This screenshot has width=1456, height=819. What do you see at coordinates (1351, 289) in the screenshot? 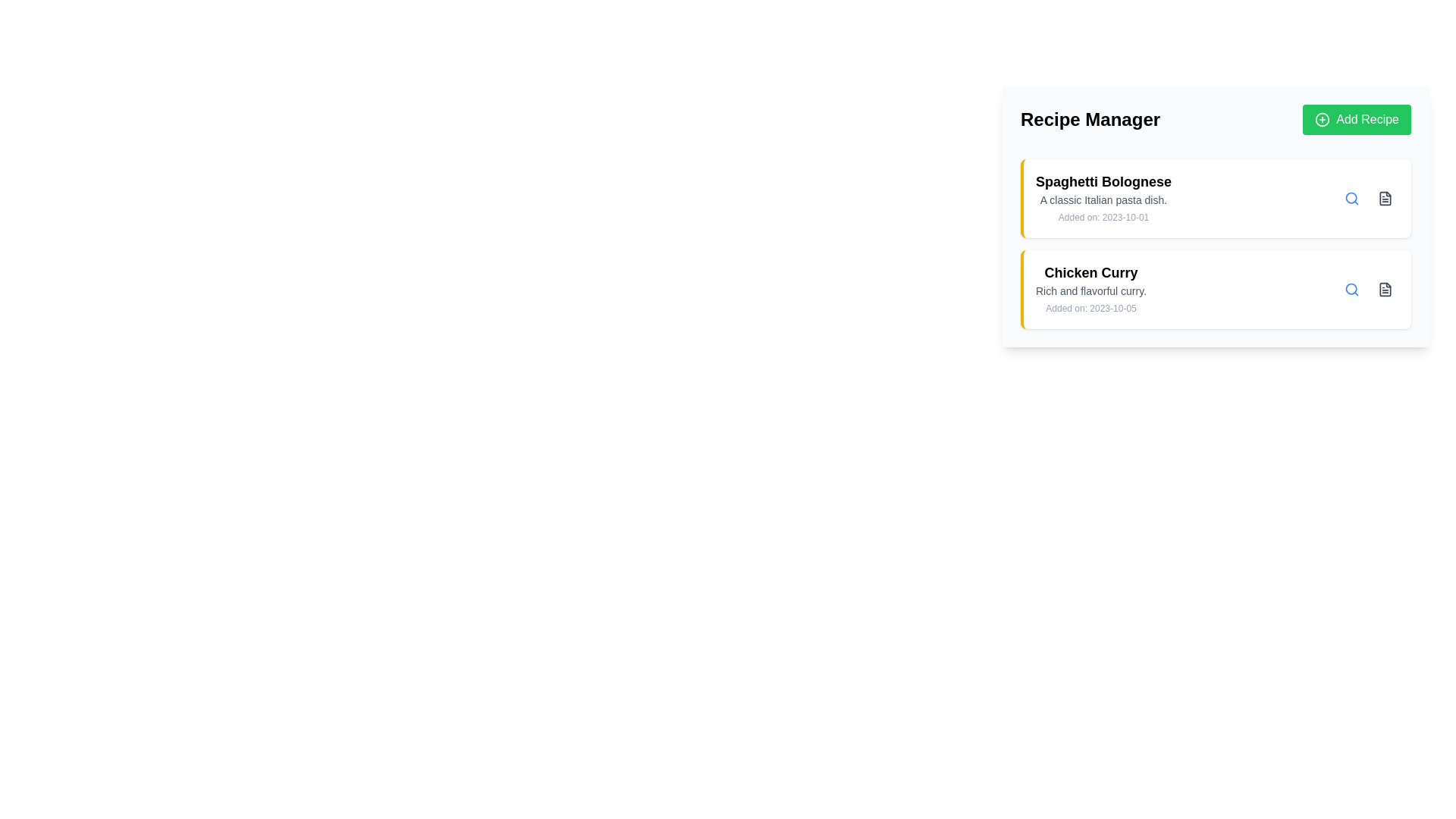
I see `the small magnifying glass icon, styled with a blue stroke, positioned to the right of the 'Chicken Curry' item to initiate a search or detail view action` at bounding box center [1351, 289].